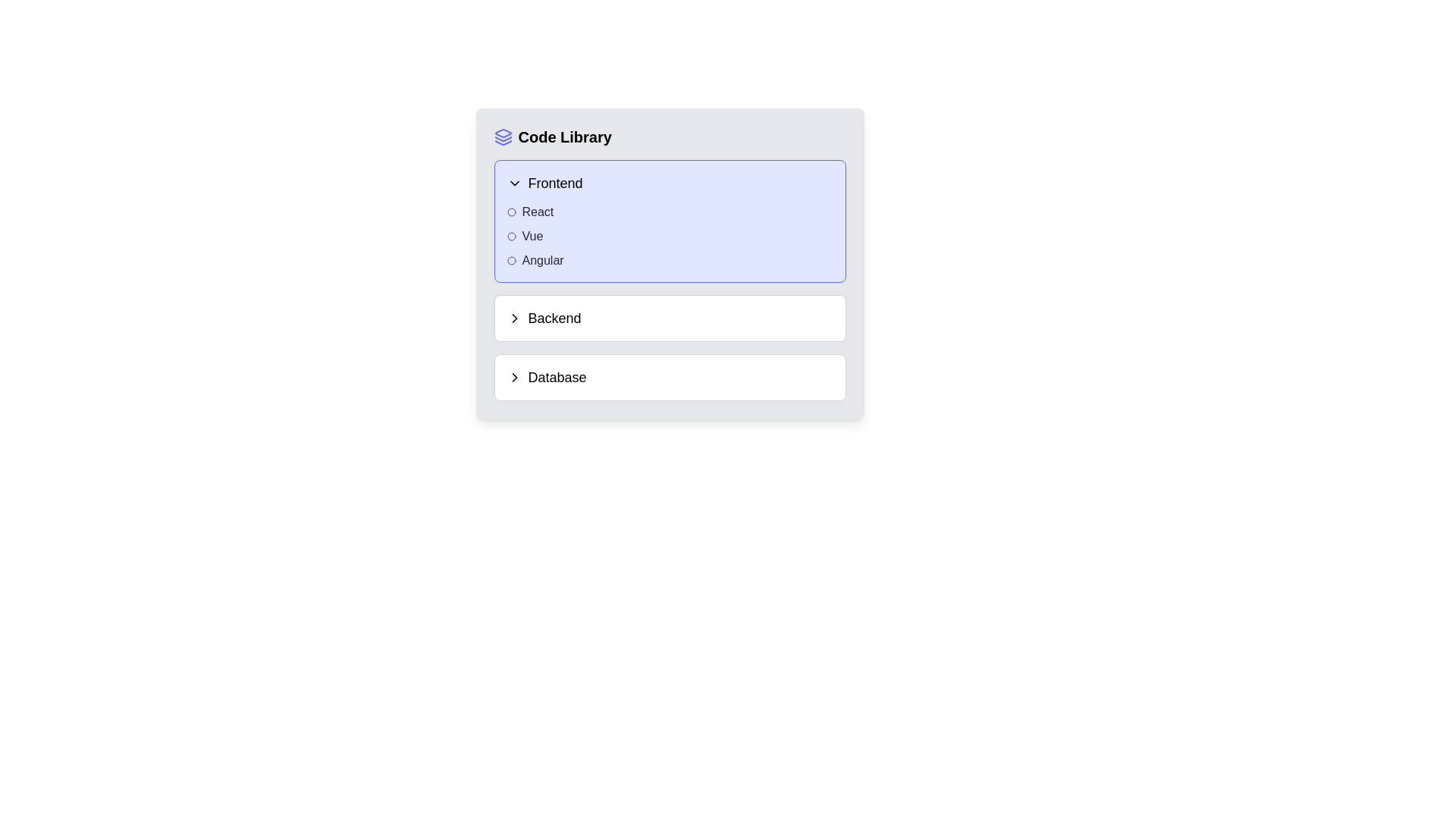 The height and width of the screenshot is (819, 1456). What do you see at coordinates (538, 212) in the screenshot?
I see `the static text label that reads 'React', which is the first item under the 'Frontend' section of the 'Code Library'` at bounding box center [538, 212].